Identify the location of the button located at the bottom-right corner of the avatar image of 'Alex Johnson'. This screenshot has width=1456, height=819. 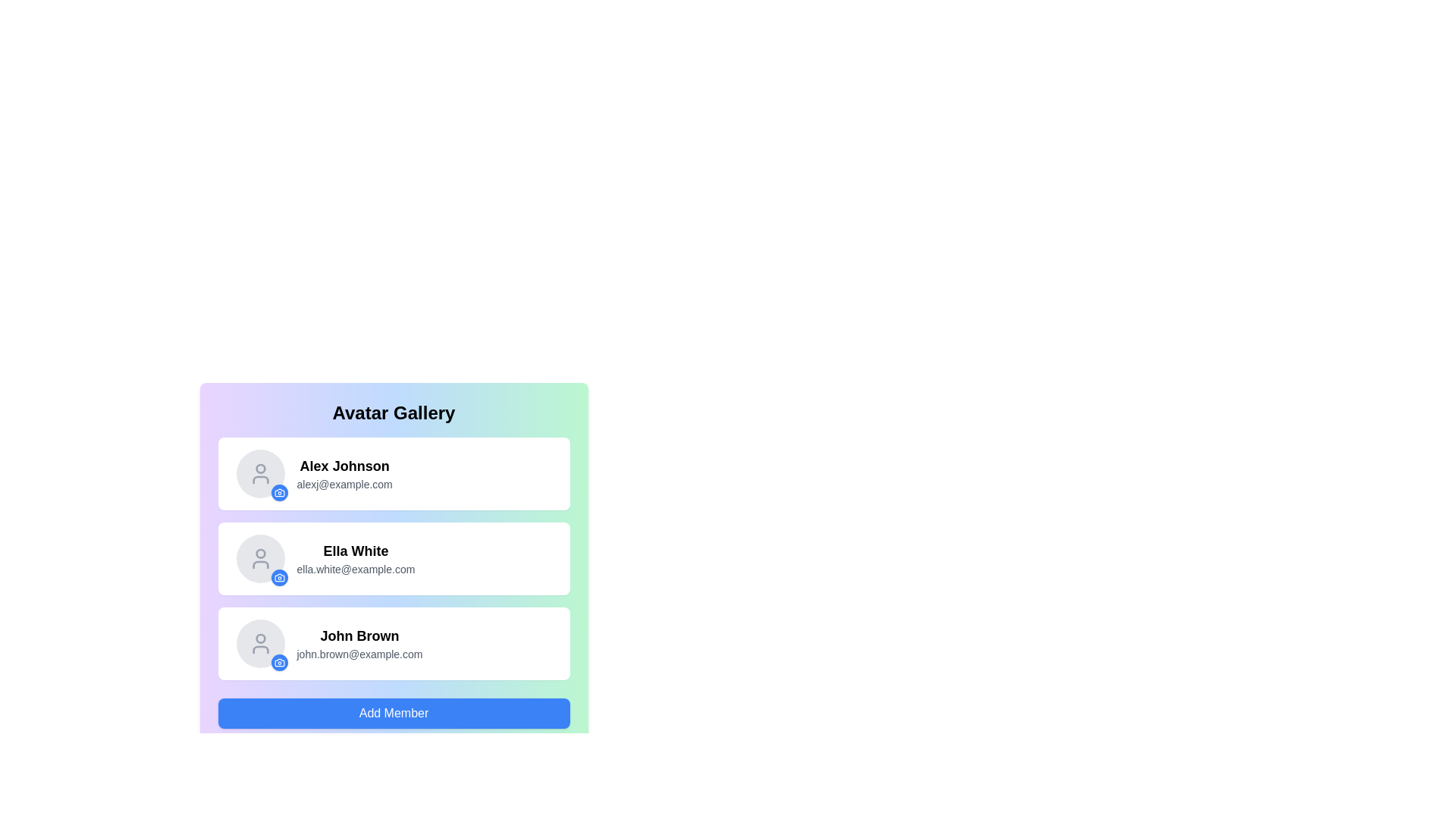
(279, 493).